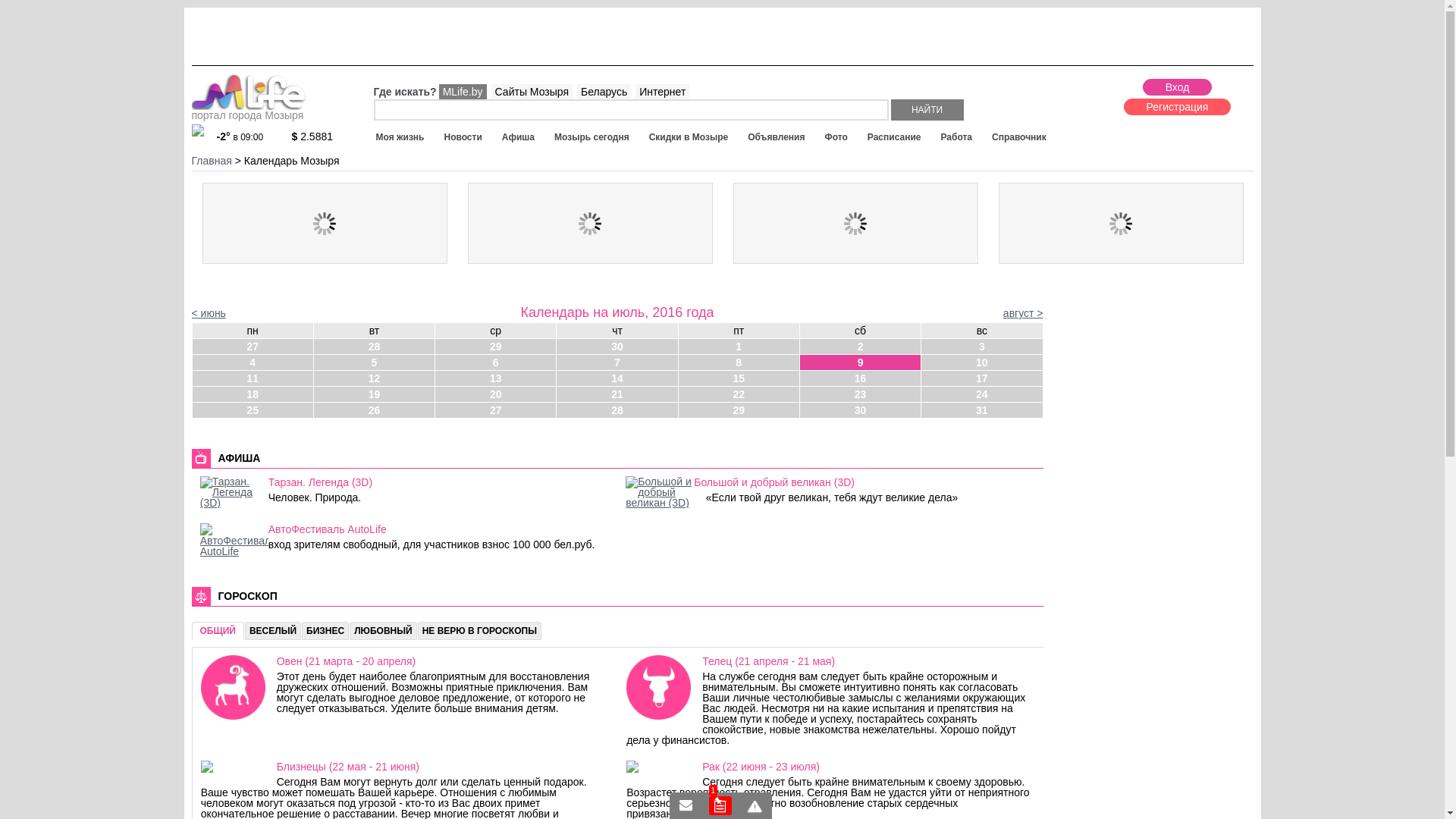 The width and height of the screenshot is (1456, 819). Describe the element at coordinates (860, 346) in the screenshot. I see `'2'` at that location.